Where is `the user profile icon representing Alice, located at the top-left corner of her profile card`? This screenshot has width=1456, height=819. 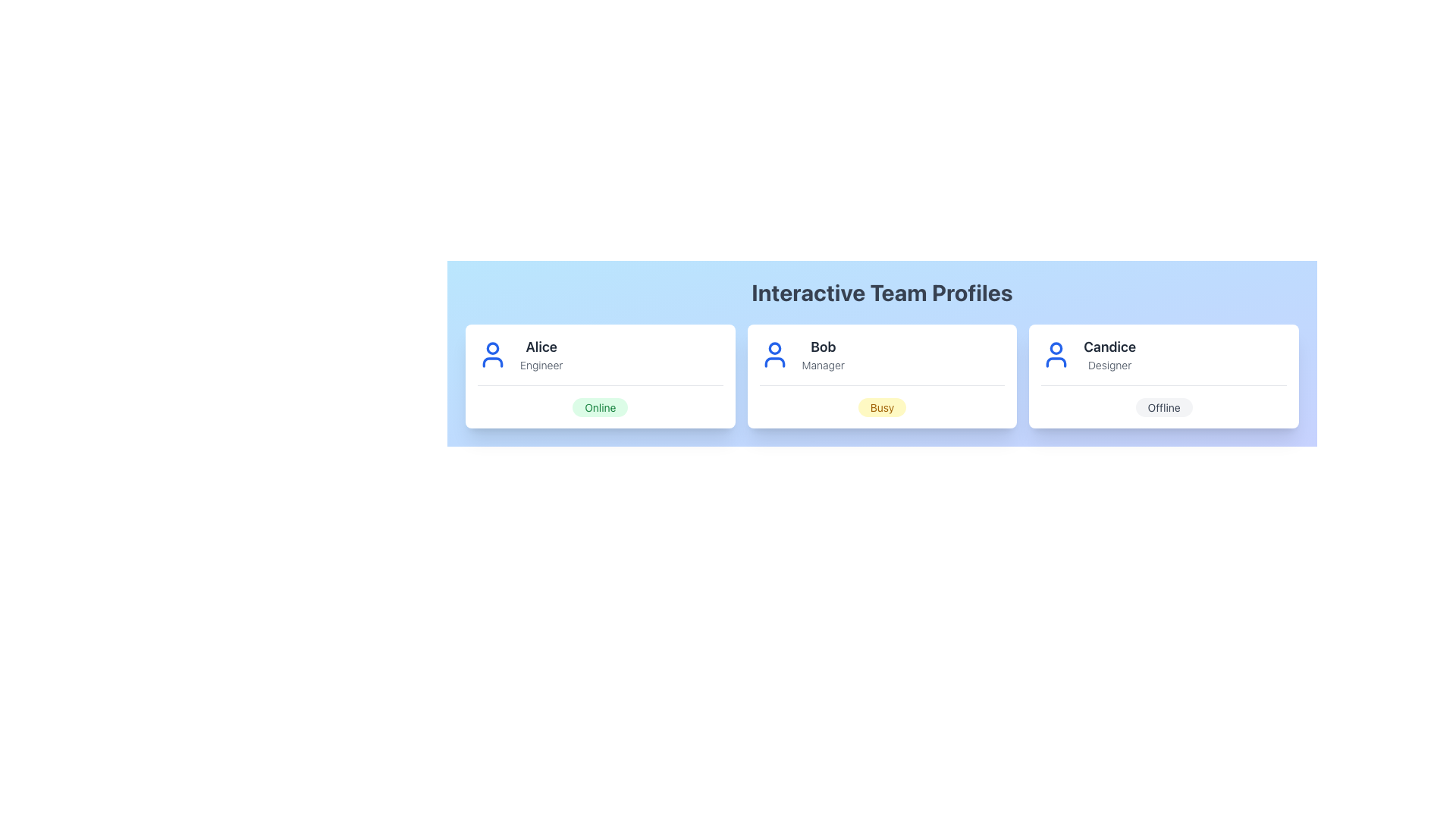 the user profile icon representing Alice, located at the top-left corner of her profile card is located at coordinates (492, 354).